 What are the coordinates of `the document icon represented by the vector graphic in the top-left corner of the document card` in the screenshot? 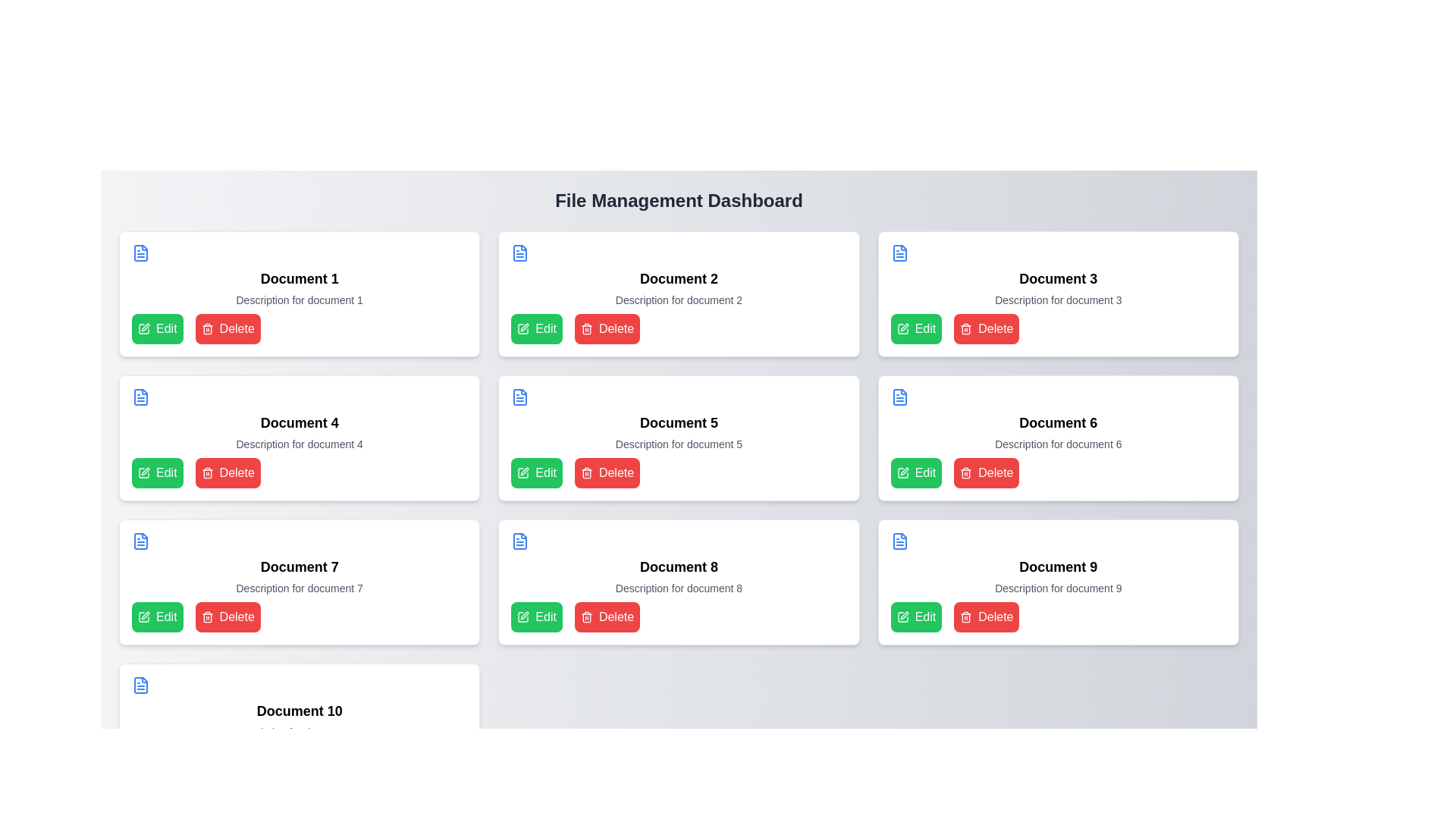 It's located at (899, 397).